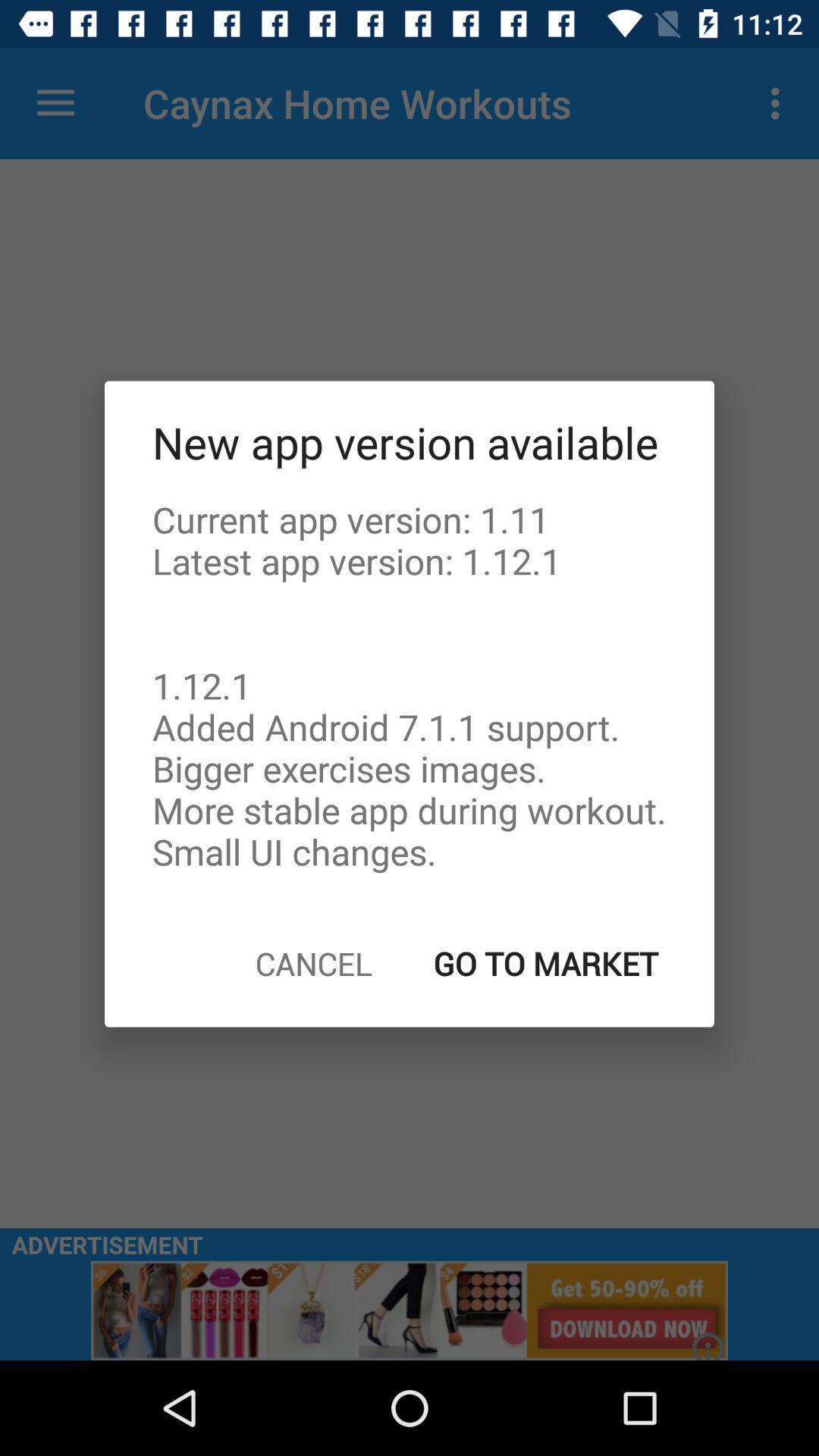 This screenshot has width=819, height=1456. I want to click on the cancel icon, so click(312, 962).